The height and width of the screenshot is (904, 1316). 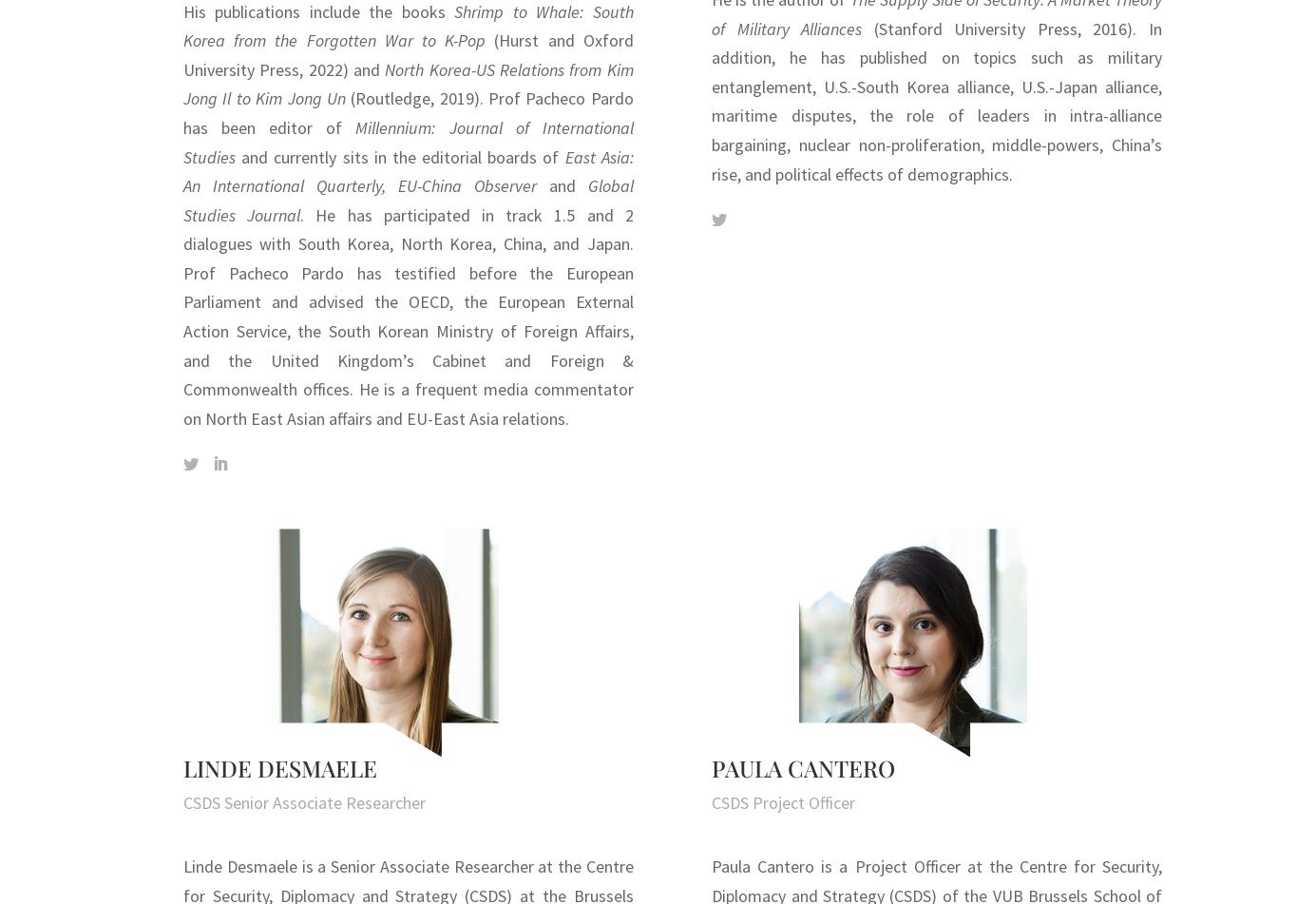 What do you see at coordinates (407, 200) in the screenshot?
I see `'Global Studies Journal'` at bounding box center [407, 200].